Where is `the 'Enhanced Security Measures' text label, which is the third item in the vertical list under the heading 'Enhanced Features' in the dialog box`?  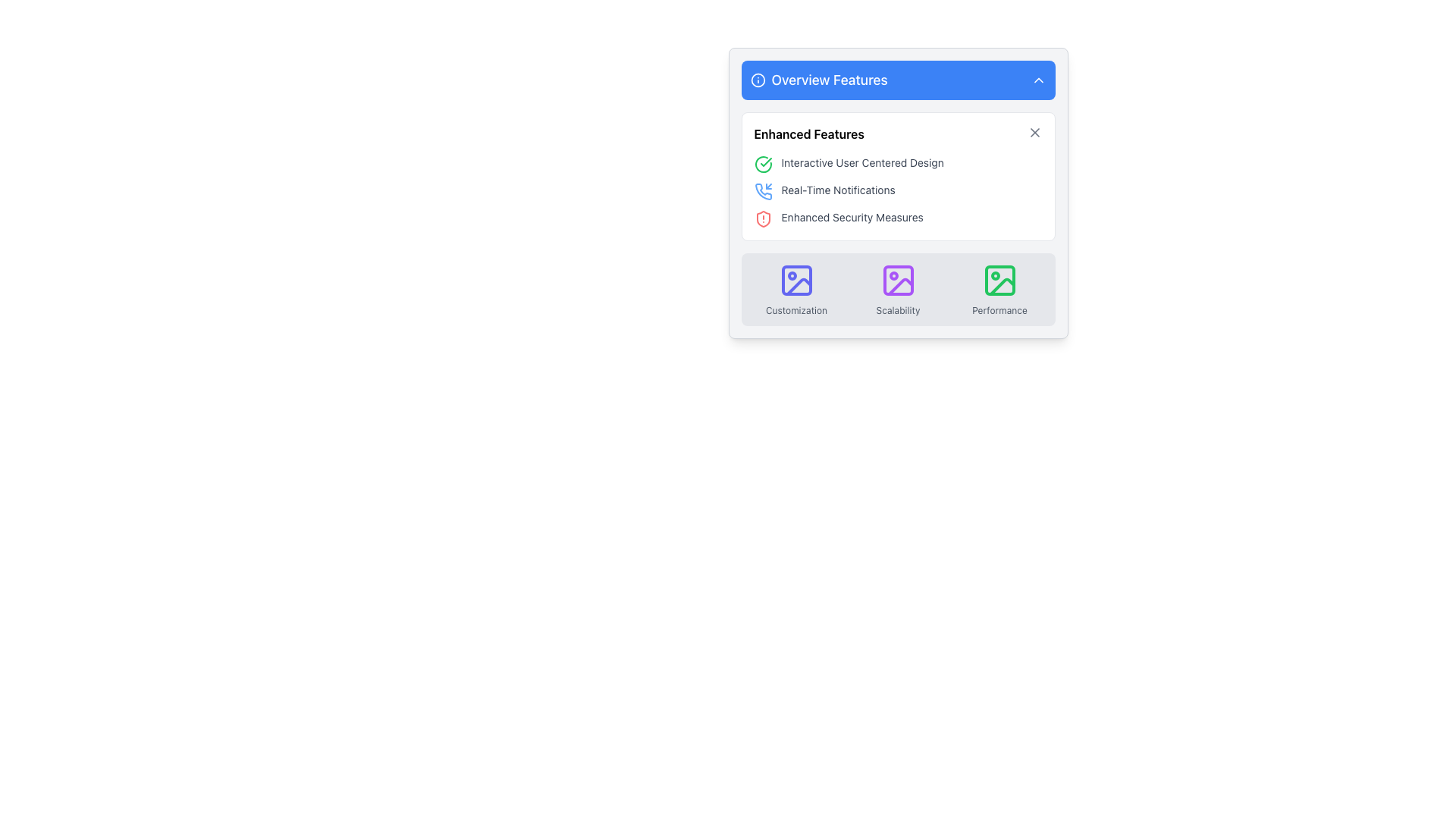 the 'Enhanced Security Measures' text label, which is the third item in the vertical list under the heading 'Enhanced Features' in the dialog box is located at coordinates (852, 217).